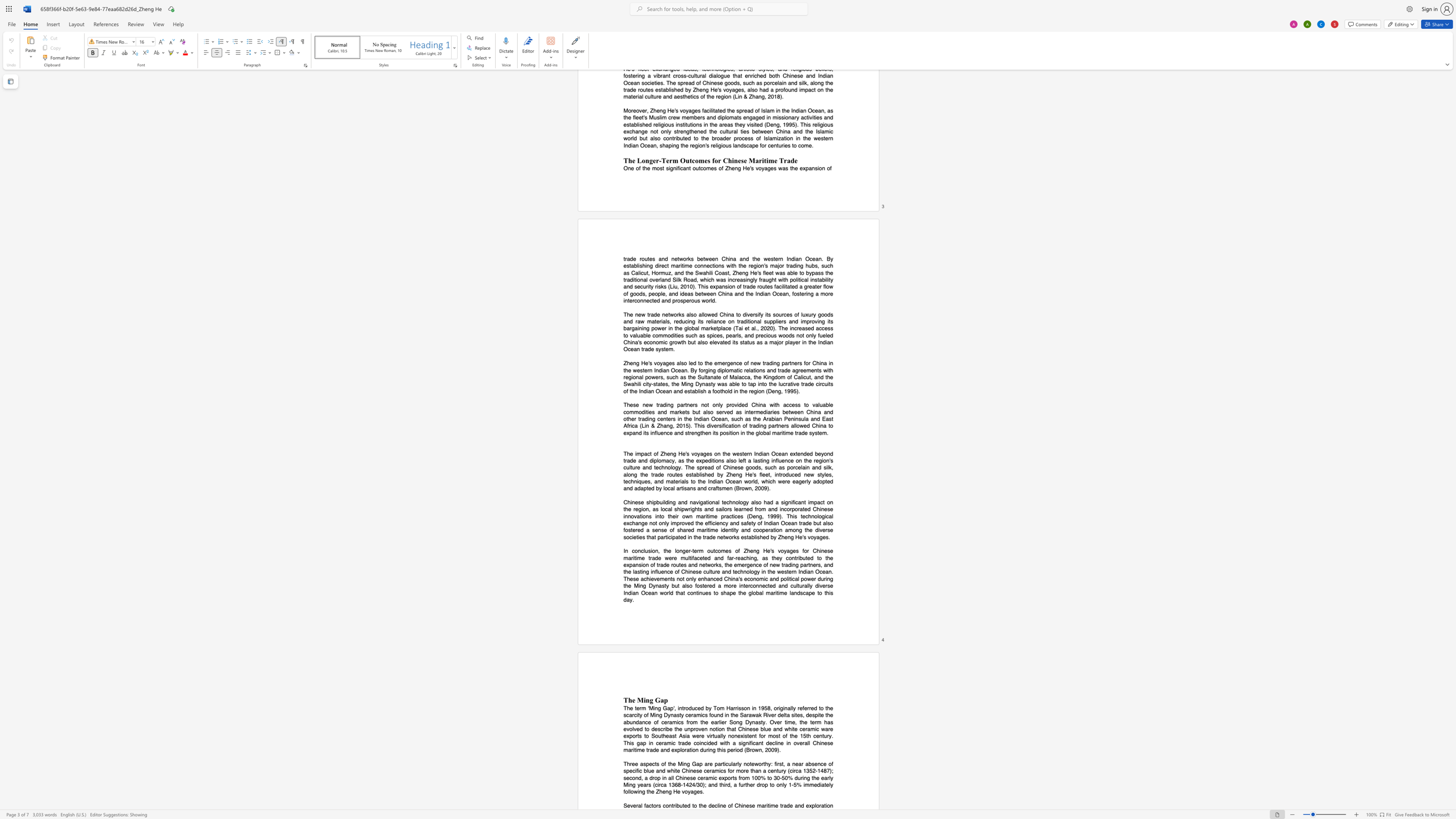  Describe the element at coordinates (775, 453) in the screenshot. I see `the subset text "cean extended beyond trade and diplomacy, as the expeditions also left a lasting influence on the" within the text "The impact of Zheng He"` at that location.